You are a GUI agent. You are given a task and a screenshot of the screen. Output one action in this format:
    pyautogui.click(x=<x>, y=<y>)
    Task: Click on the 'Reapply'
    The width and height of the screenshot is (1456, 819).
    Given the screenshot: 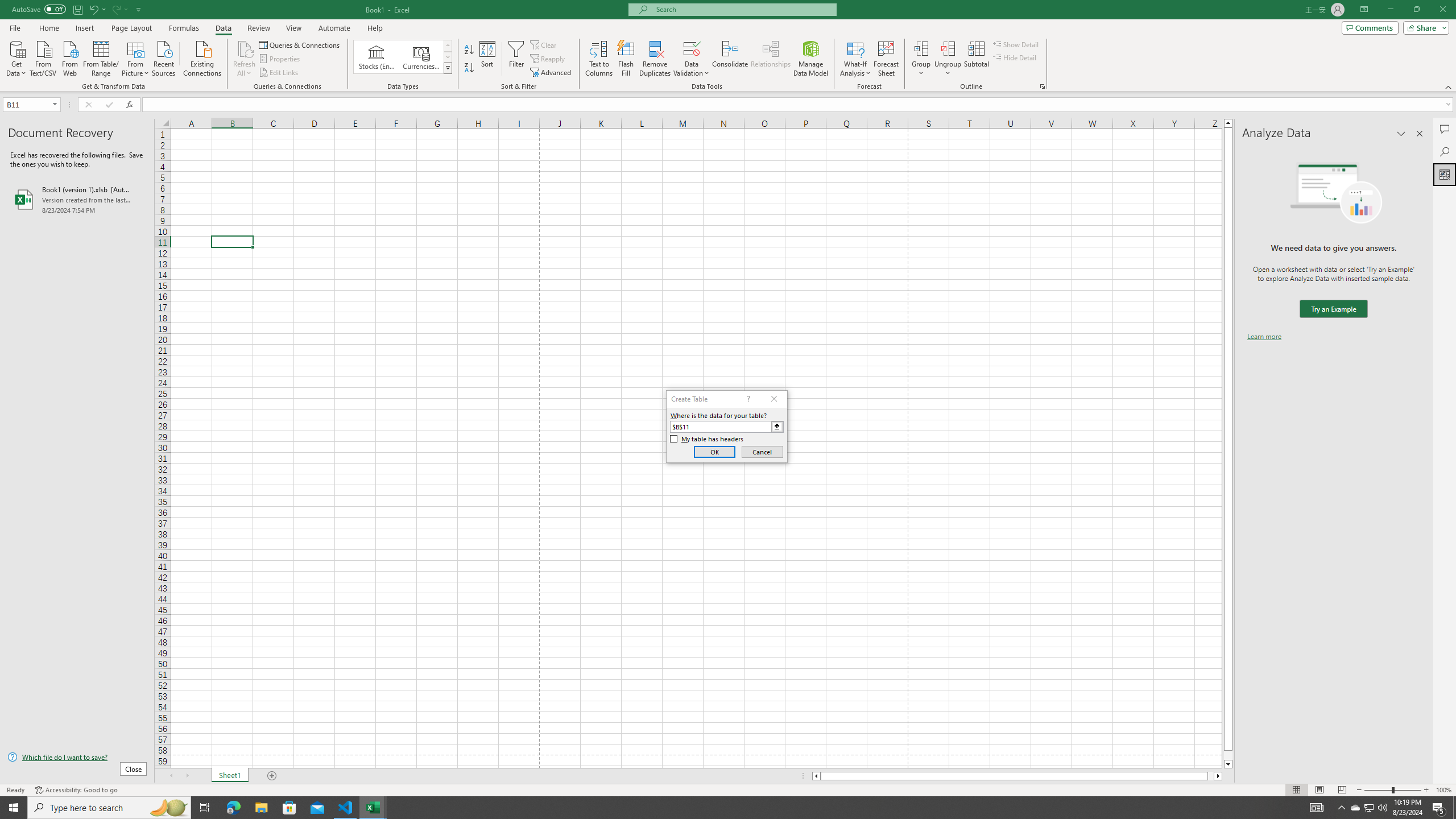 What is the action you would take?
    pyautogui.click(x=549, y=59)
    